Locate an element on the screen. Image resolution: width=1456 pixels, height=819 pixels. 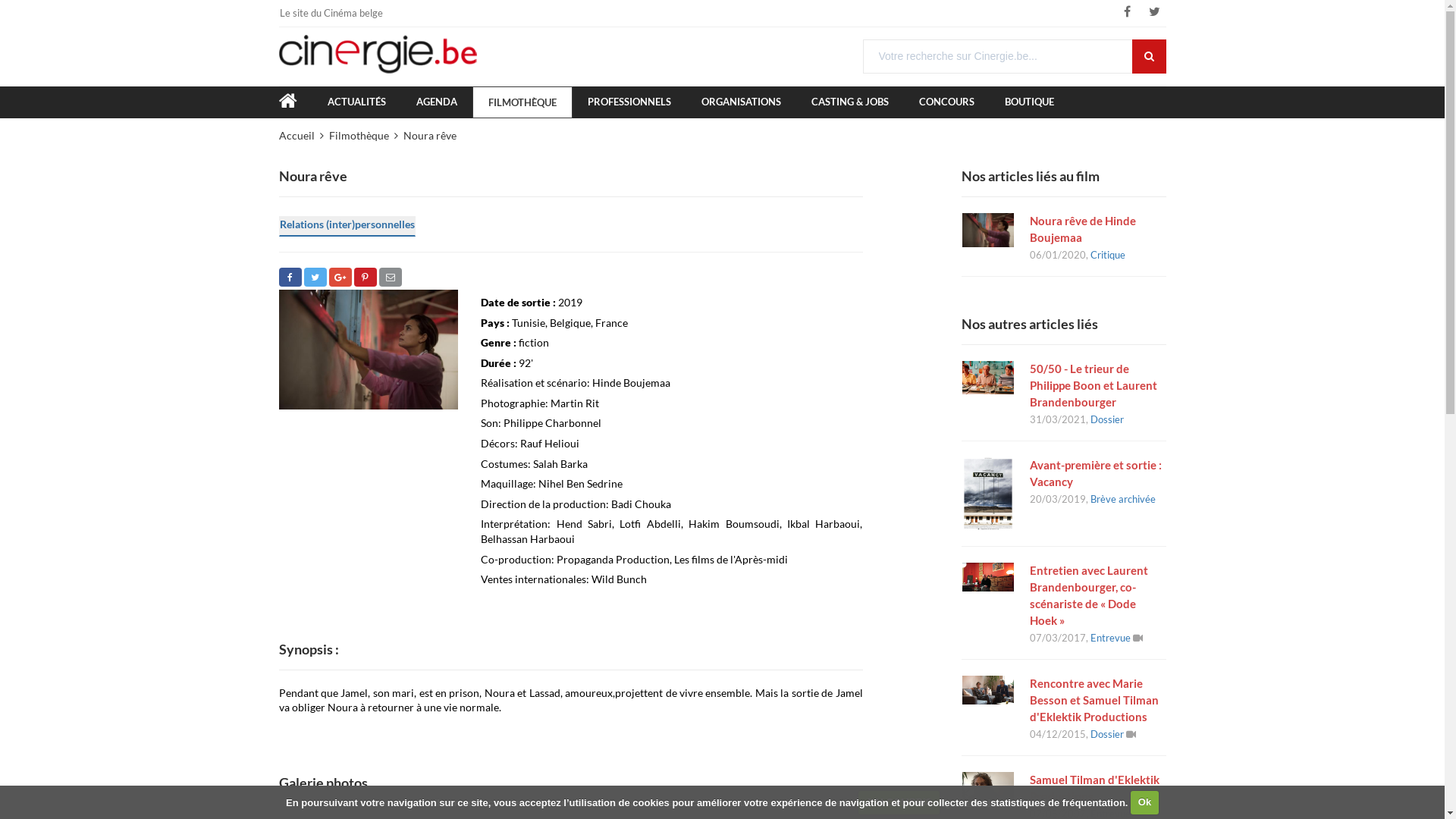
'Je tweete' is located at coordinates (313, 277).